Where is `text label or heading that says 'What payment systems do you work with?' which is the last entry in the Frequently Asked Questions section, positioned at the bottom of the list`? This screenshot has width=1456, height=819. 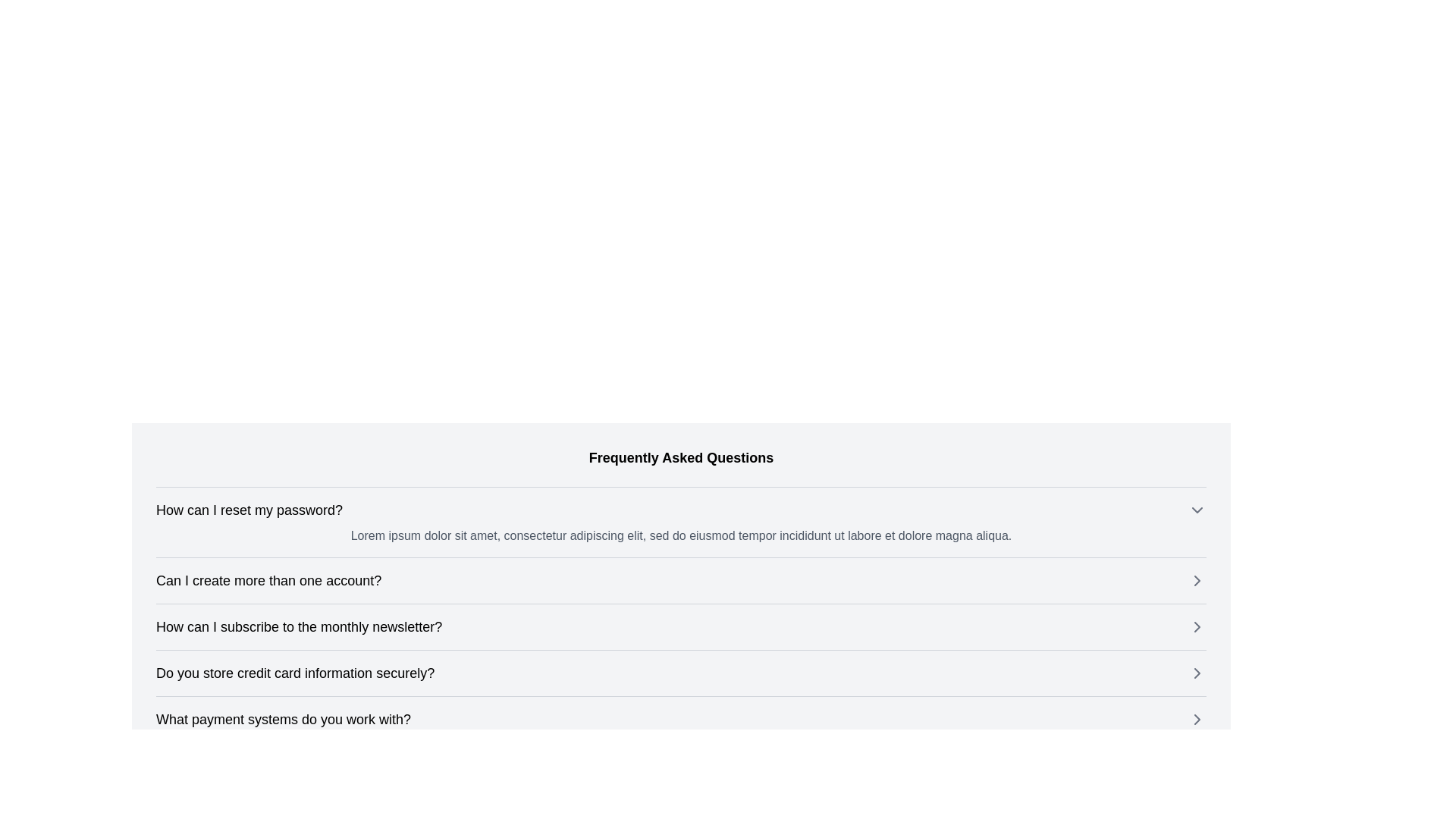
text label or heading that says 'What payment systems do you work with?' which is the last entry in the Frequently Asked Questions section, positioned at the bottom of the list is located at coordinates (284, 718).